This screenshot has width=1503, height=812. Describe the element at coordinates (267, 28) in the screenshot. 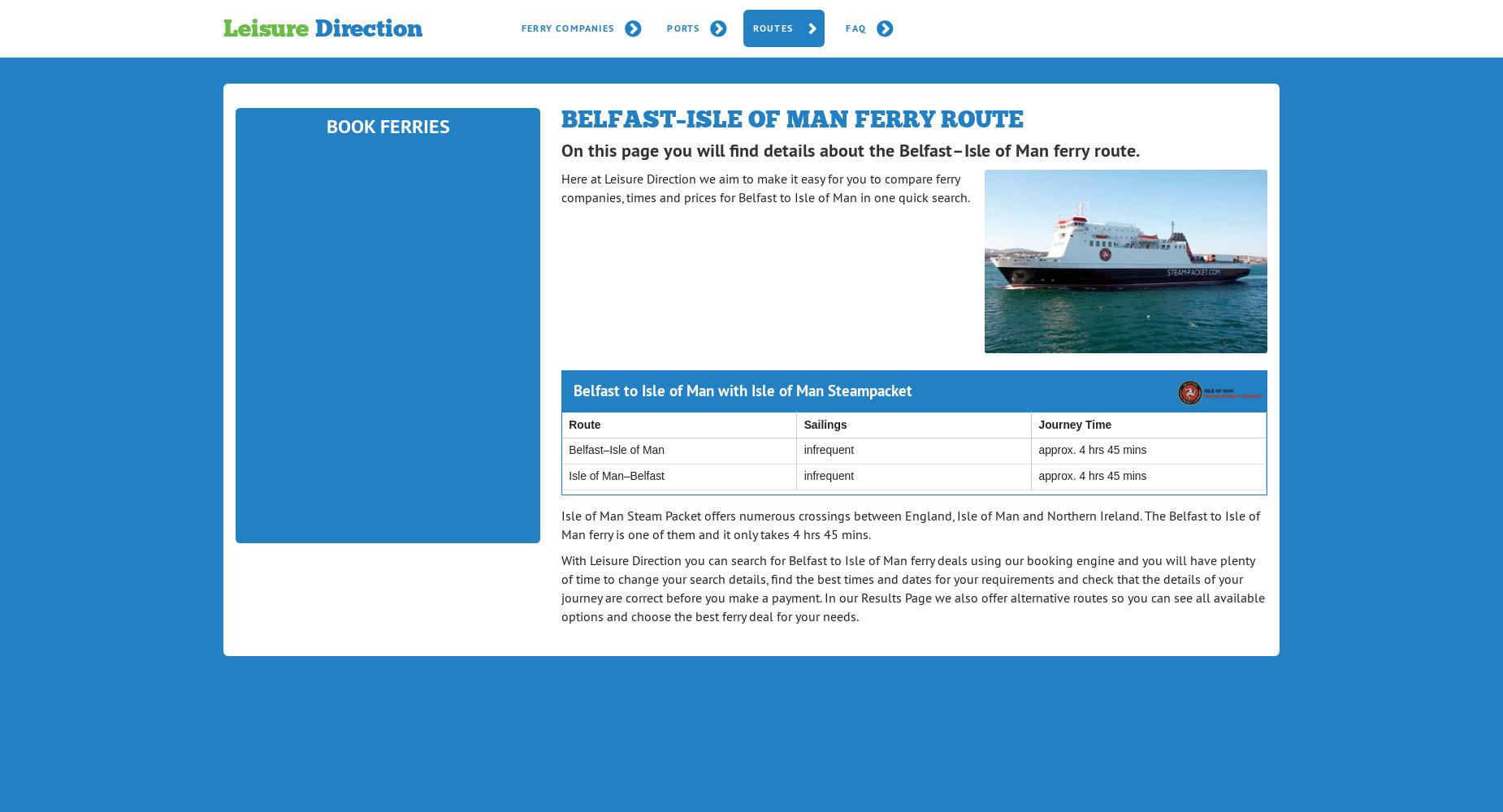

I see `'Leisure'` at that location.